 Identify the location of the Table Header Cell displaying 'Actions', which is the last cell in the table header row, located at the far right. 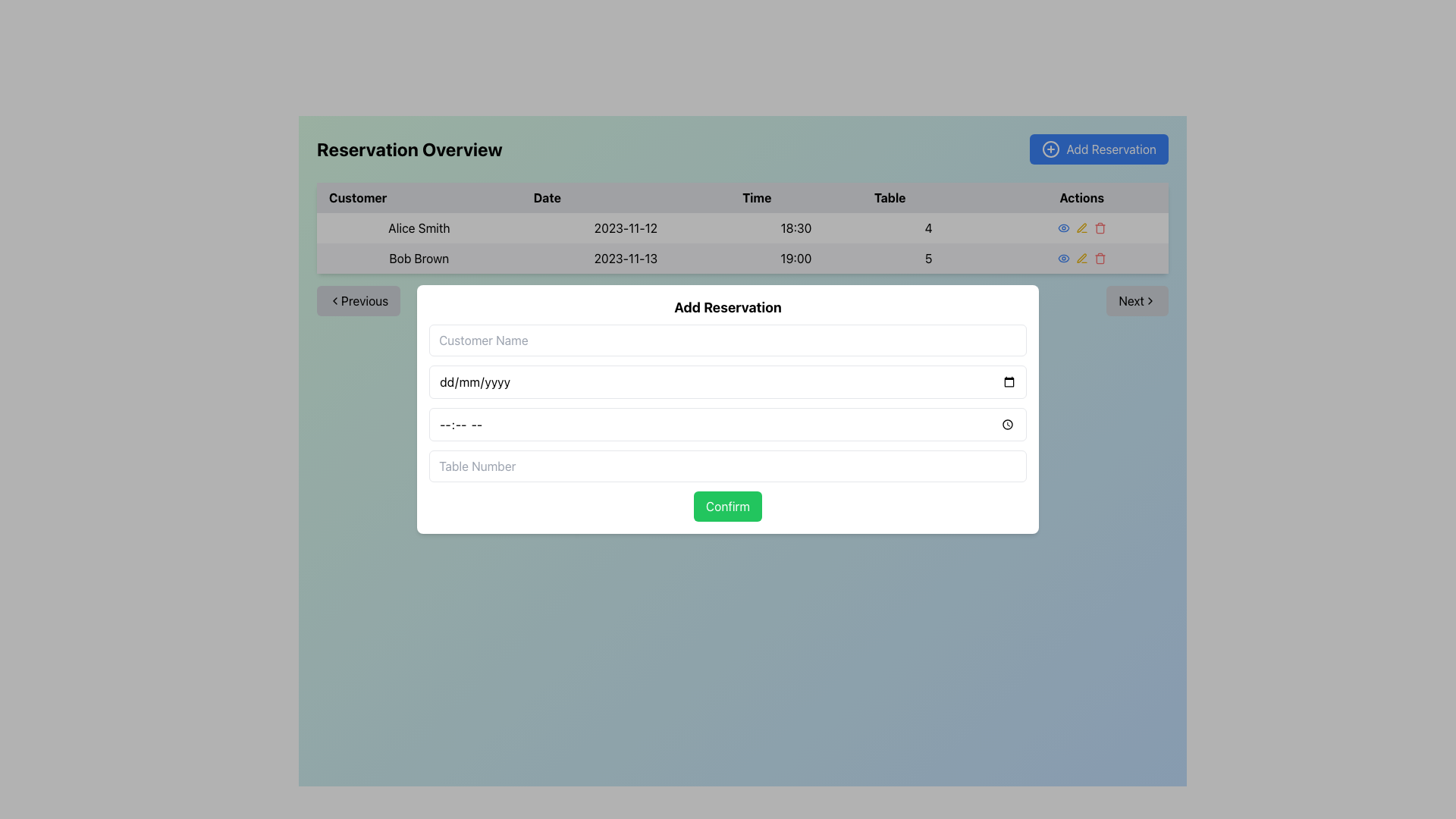
(1081, 197).